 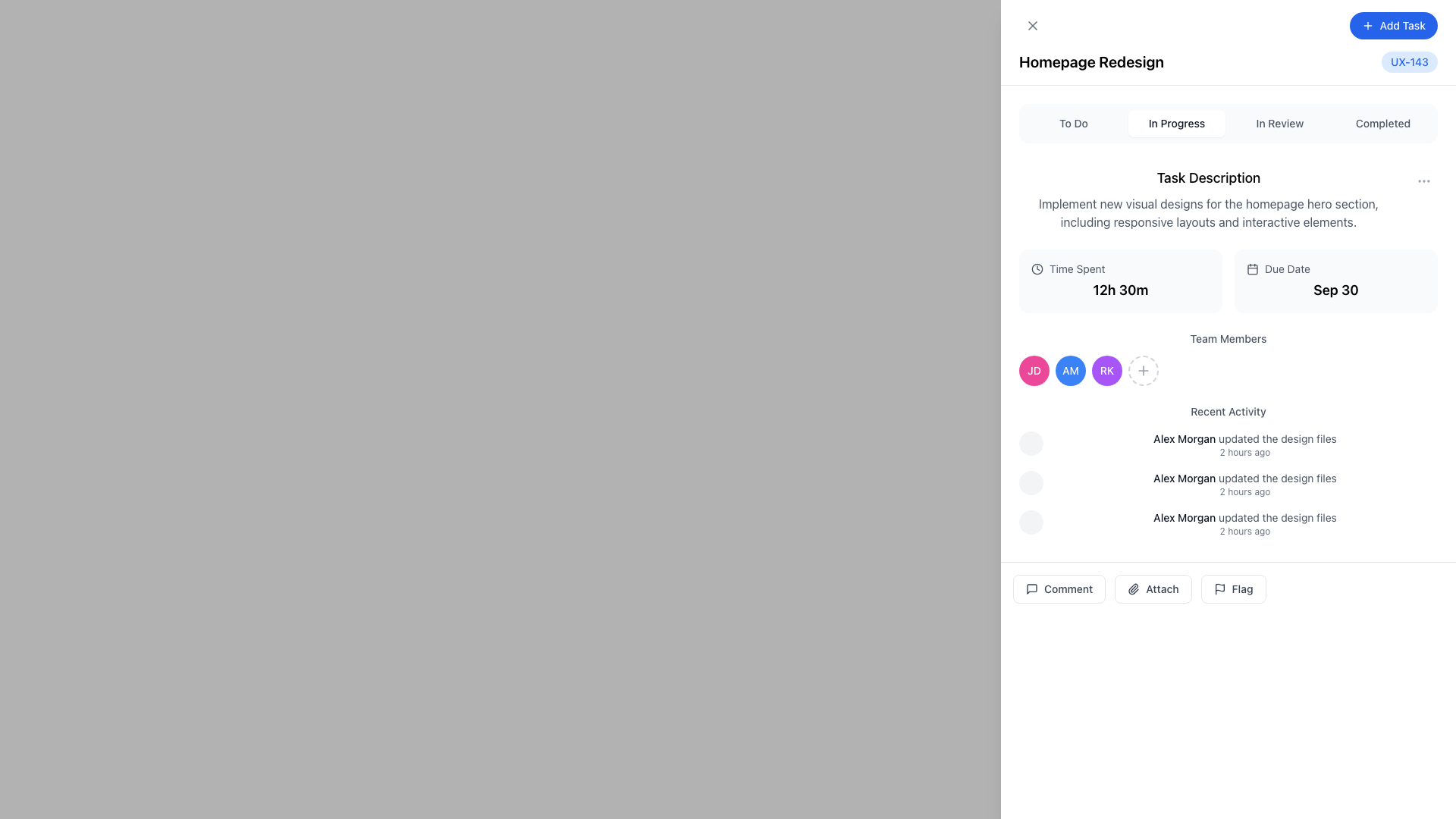 I want to click on the small, rounded, pill-shaped label with light blue background and text 'UX-143' located beside the header 'Homepage Redesign', so click(x=1408, y=61).